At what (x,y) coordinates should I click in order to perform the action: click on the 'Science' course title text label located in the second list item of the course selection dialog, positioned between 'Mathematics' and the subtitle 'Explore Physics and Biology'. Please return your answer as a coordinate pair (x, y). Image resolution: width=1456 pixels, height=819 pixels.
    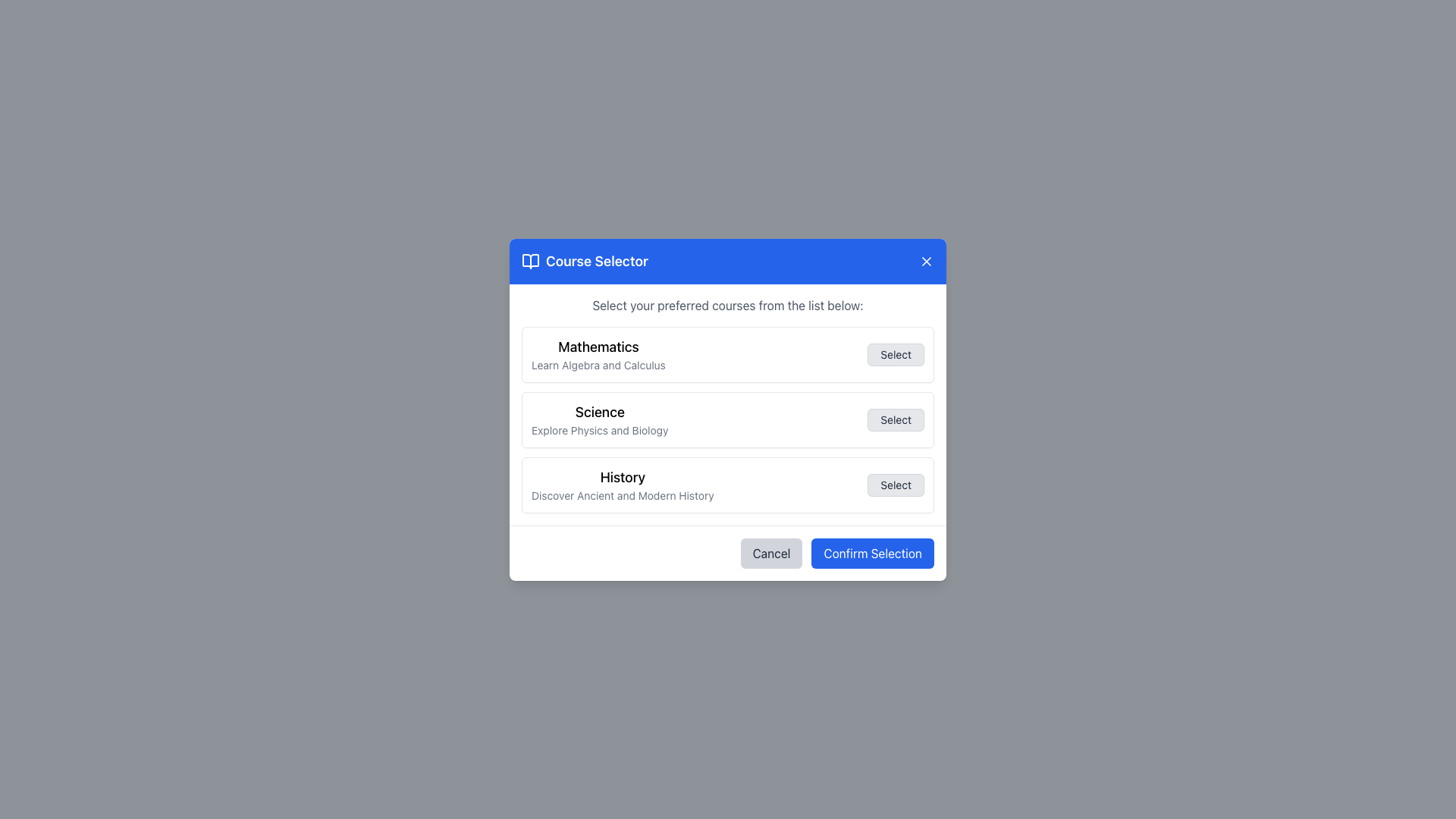
    Looking at the image, I should click on (599, 412).